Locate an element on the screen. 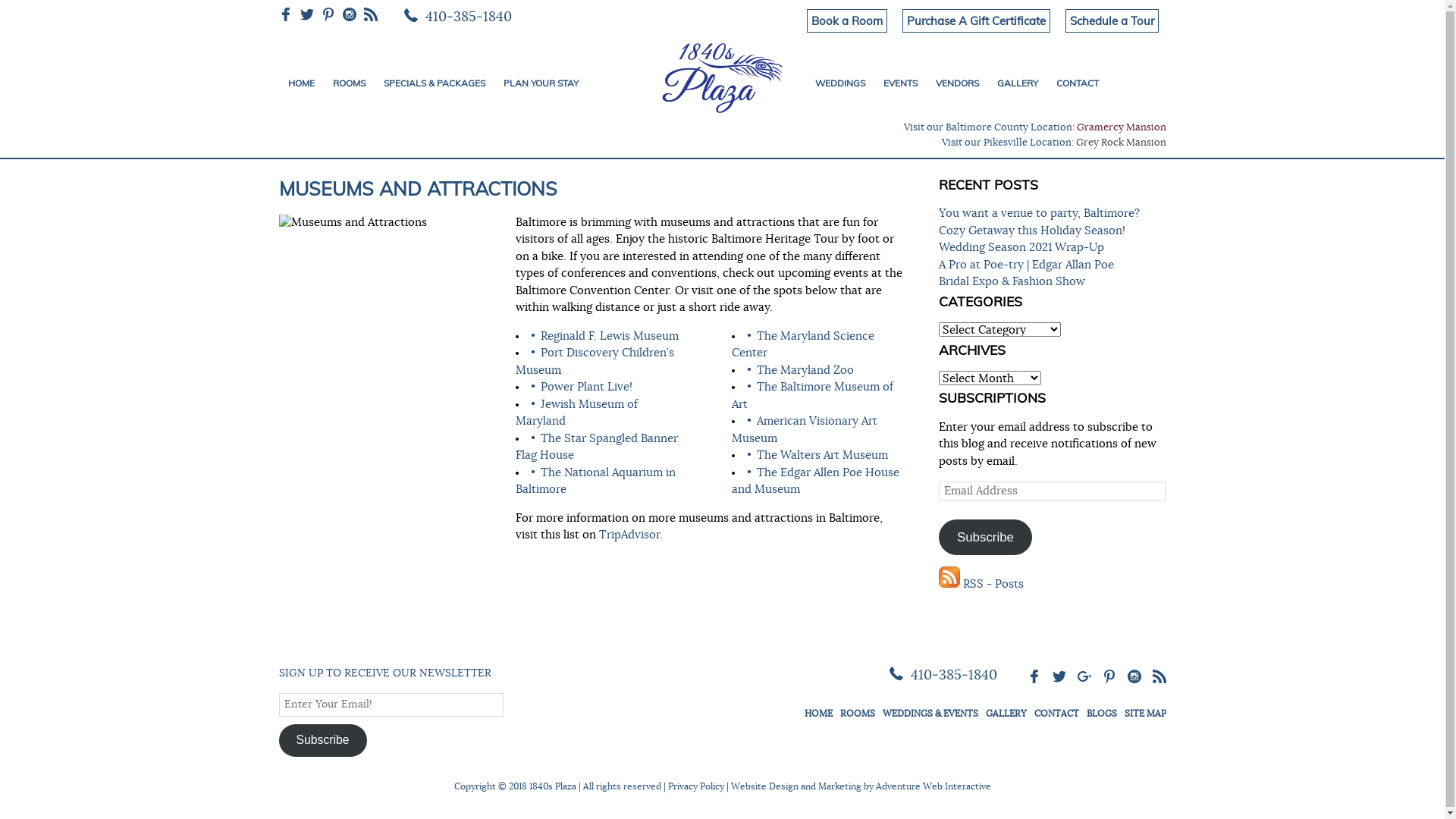  'SPECIALS & PACKAGES' is located at coordinates (433, 83).